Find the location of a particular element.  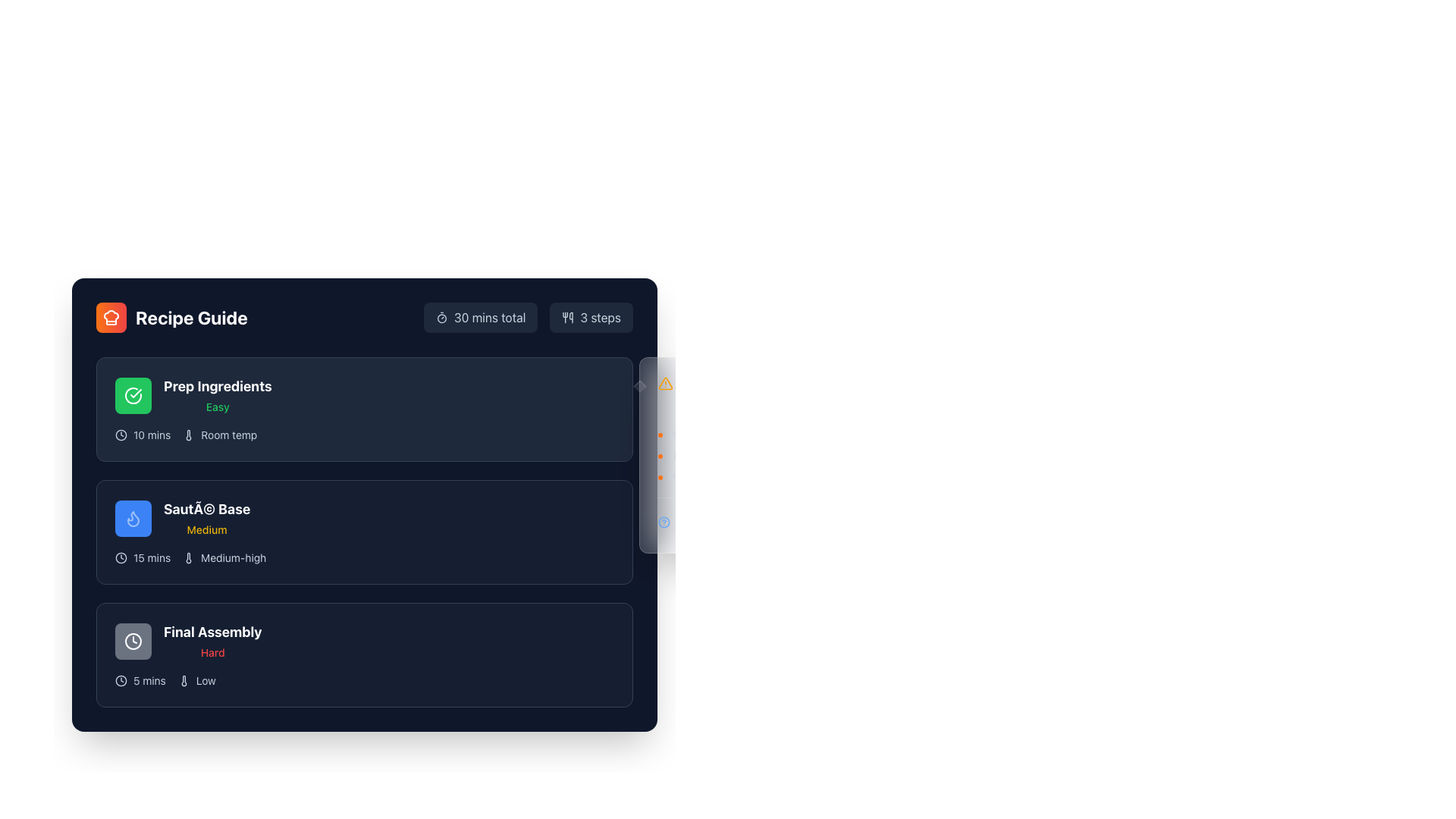

the SVG clock icon located at the bottom-left corner of the 'Final Assembly' section, next to the text '5 mins' is located at coordinates (120, 680).